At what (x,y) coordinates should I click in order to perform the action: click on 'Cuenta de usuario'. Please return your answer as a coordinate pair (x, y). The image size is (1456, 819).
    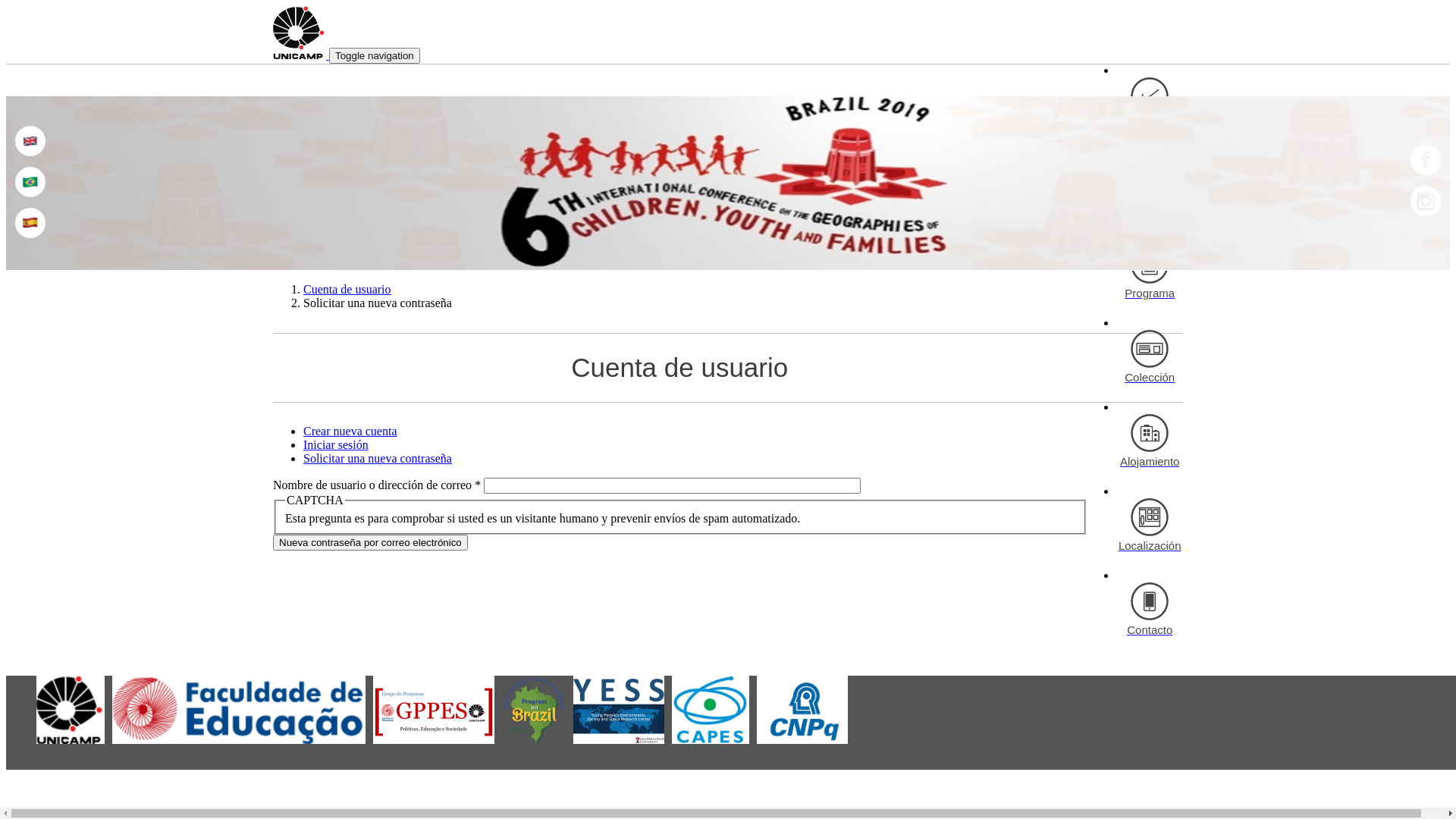
    Looking at the image, I should click on (346, 289).